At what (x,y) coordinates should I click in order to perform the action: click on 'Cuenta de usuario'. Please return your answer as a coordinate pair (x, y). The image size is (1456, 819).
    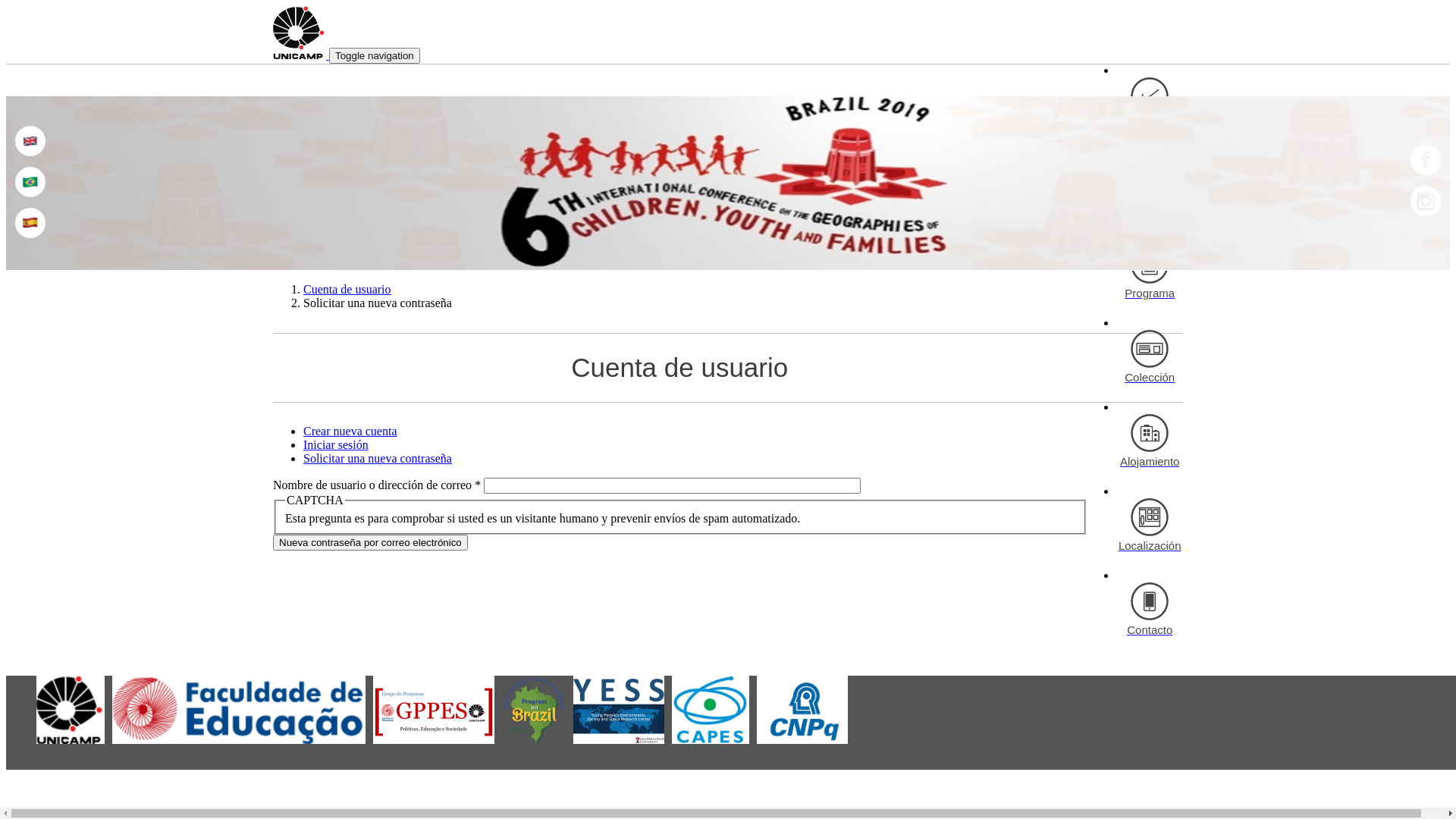
    Looking at the image, I should click on (346, 289).